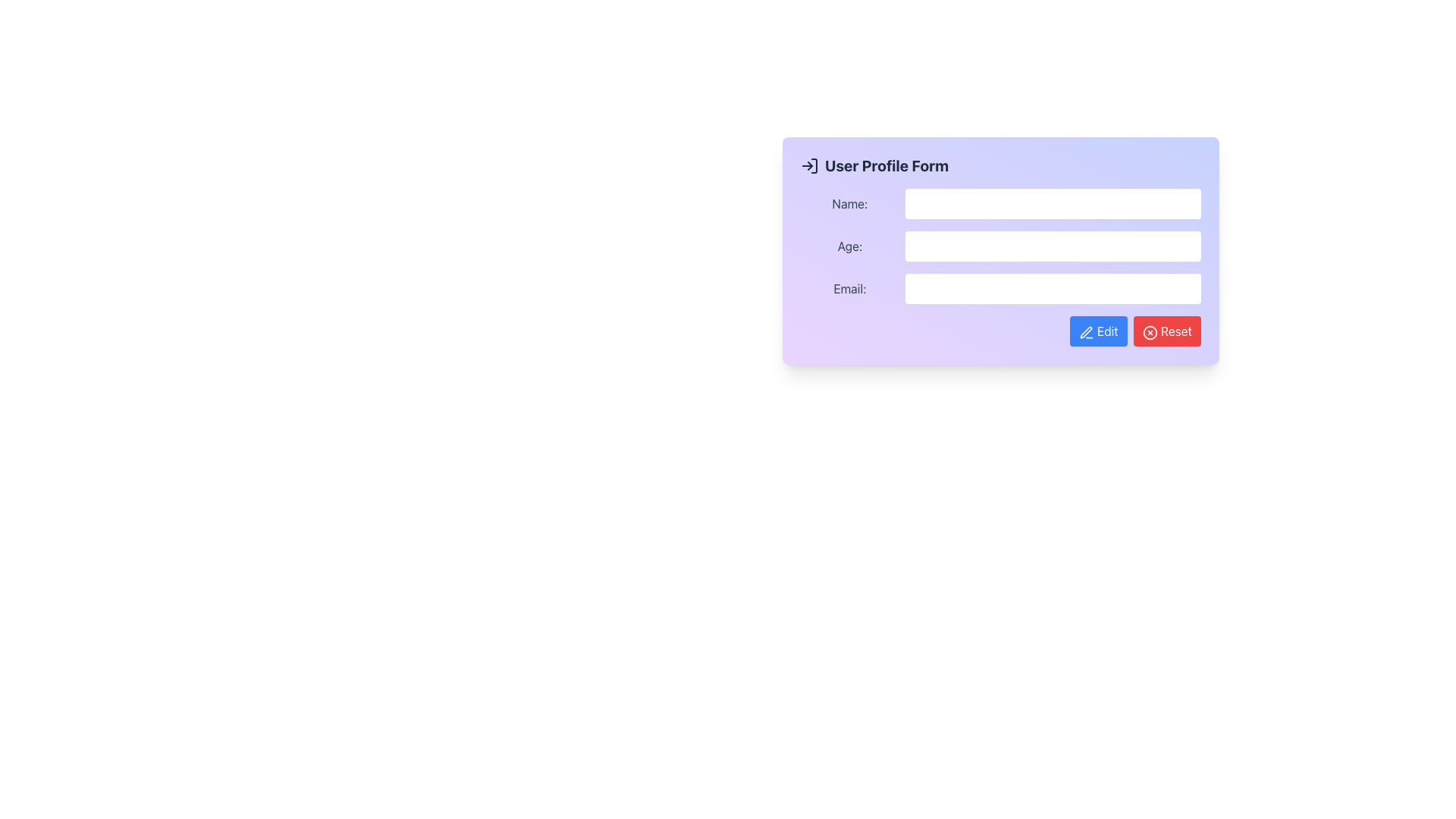 The height and width of the screenshot is (819, 1456). What do you see at coordinates (1085, 331) in the screenshot?
I see `the 'Edit' button icon located to the left of the text 'Edit' in the user profile form` at bounding box center [1085, 331].